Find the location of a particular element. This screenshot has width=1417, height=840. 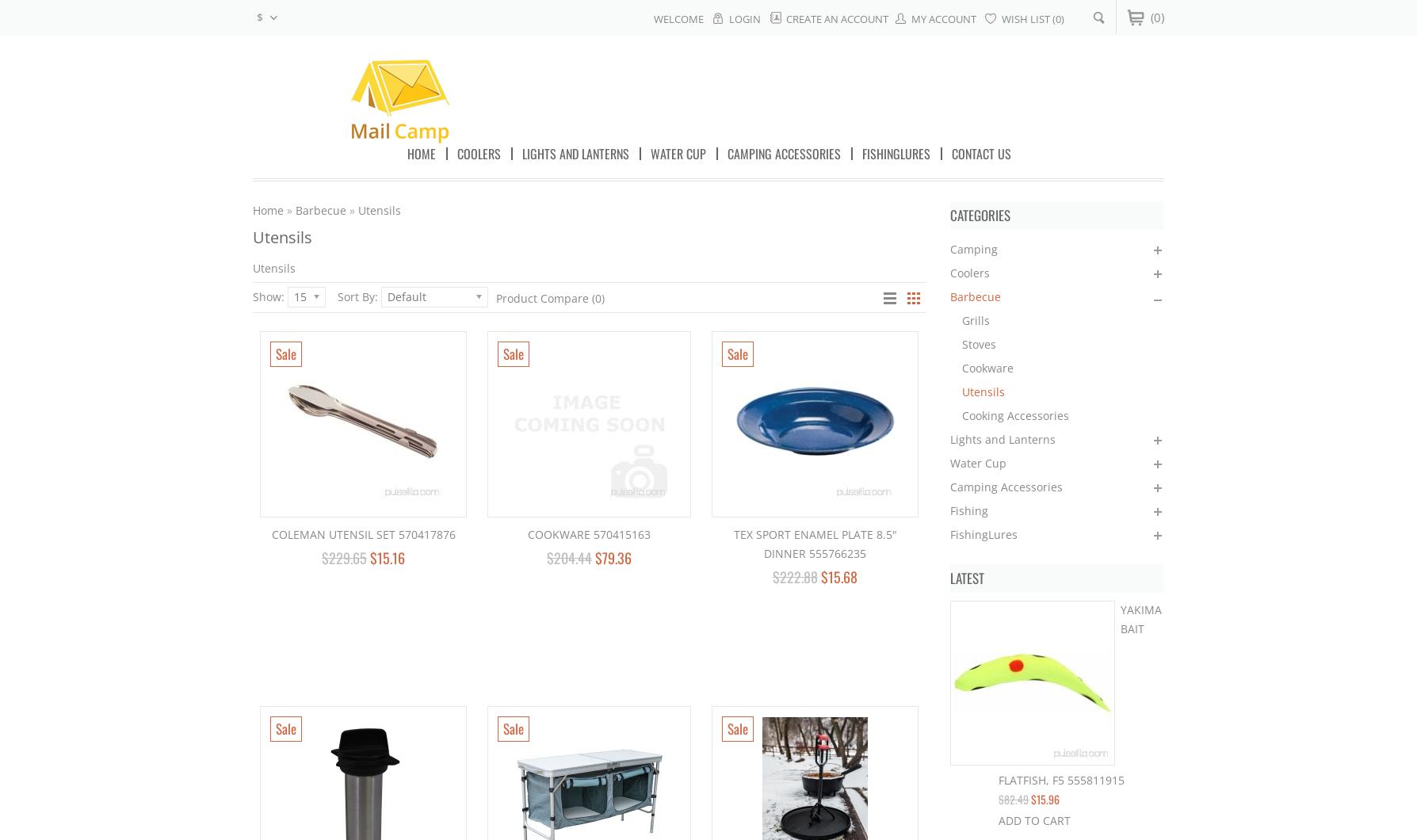

'$229.65' is located at coordinates (343, 557).